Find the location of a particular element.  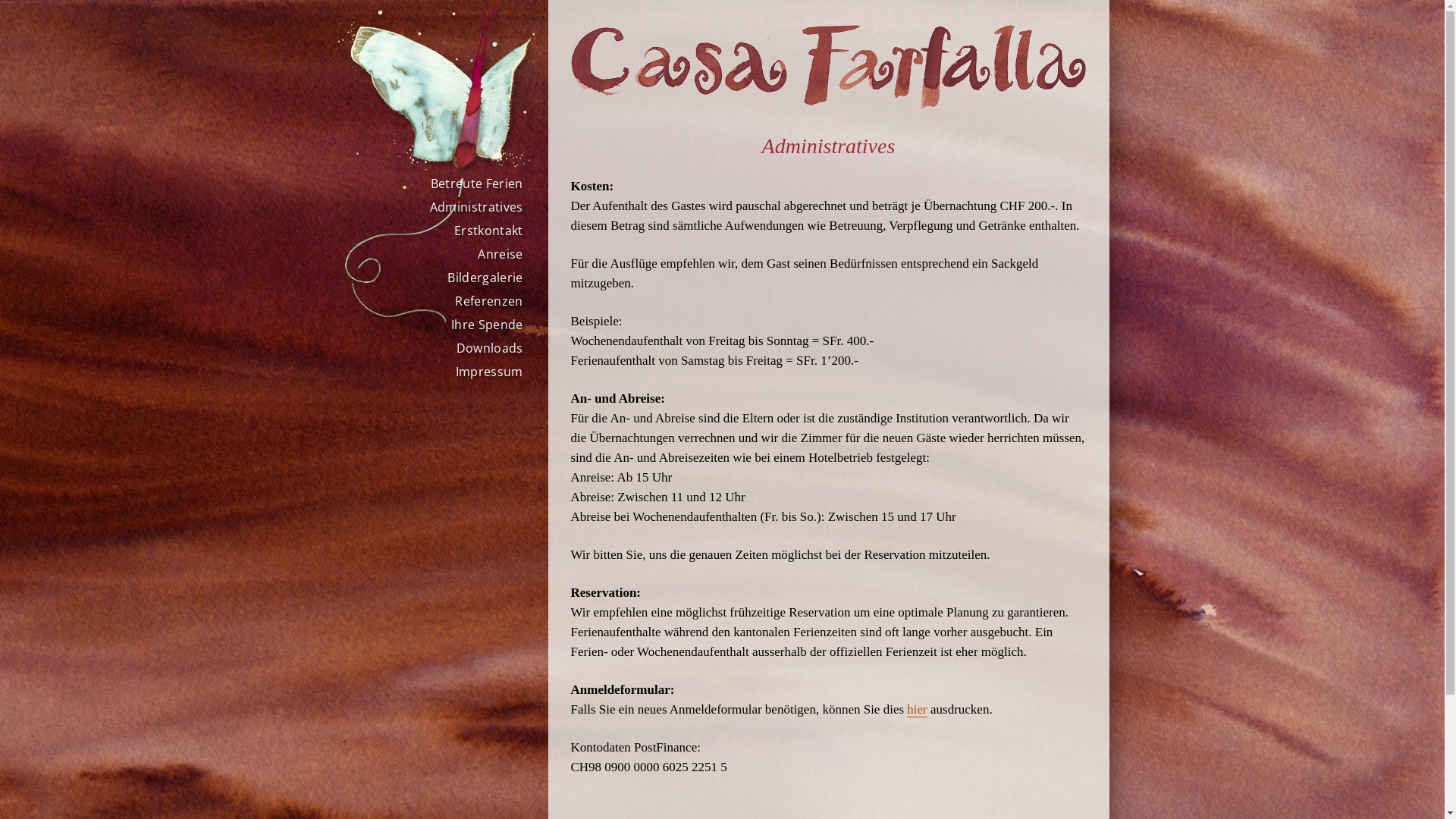

'Erstkontakt' is located at coordinates (488, 231).